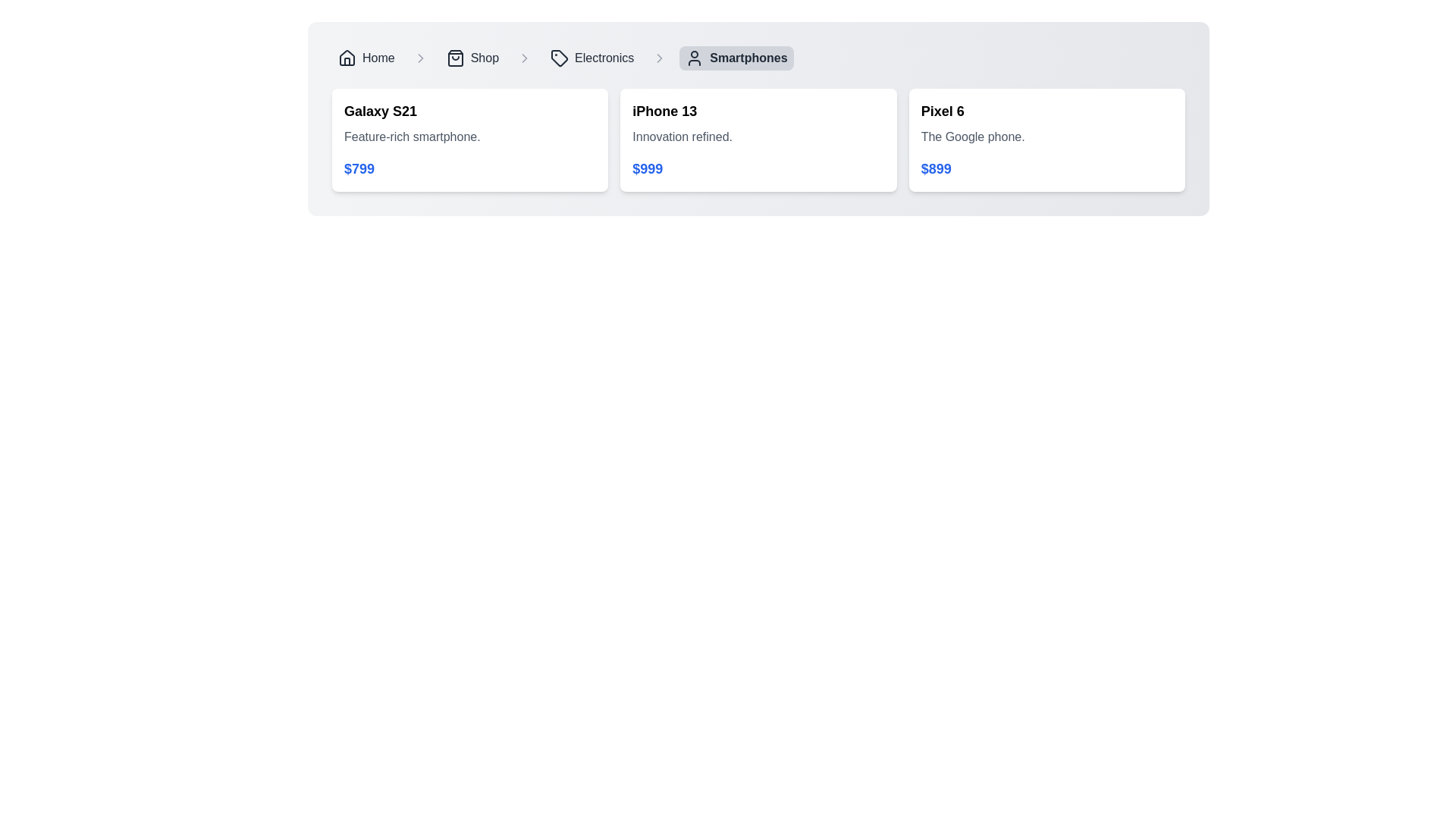 The width and height of the screenshot is (1456, 819). I want to click on the 'Home' navigation icon located at the leftmost position in the breadcrumb navigation bar, aligned horizontally with 'Shop' and 'Electronics', so click(346, 58).